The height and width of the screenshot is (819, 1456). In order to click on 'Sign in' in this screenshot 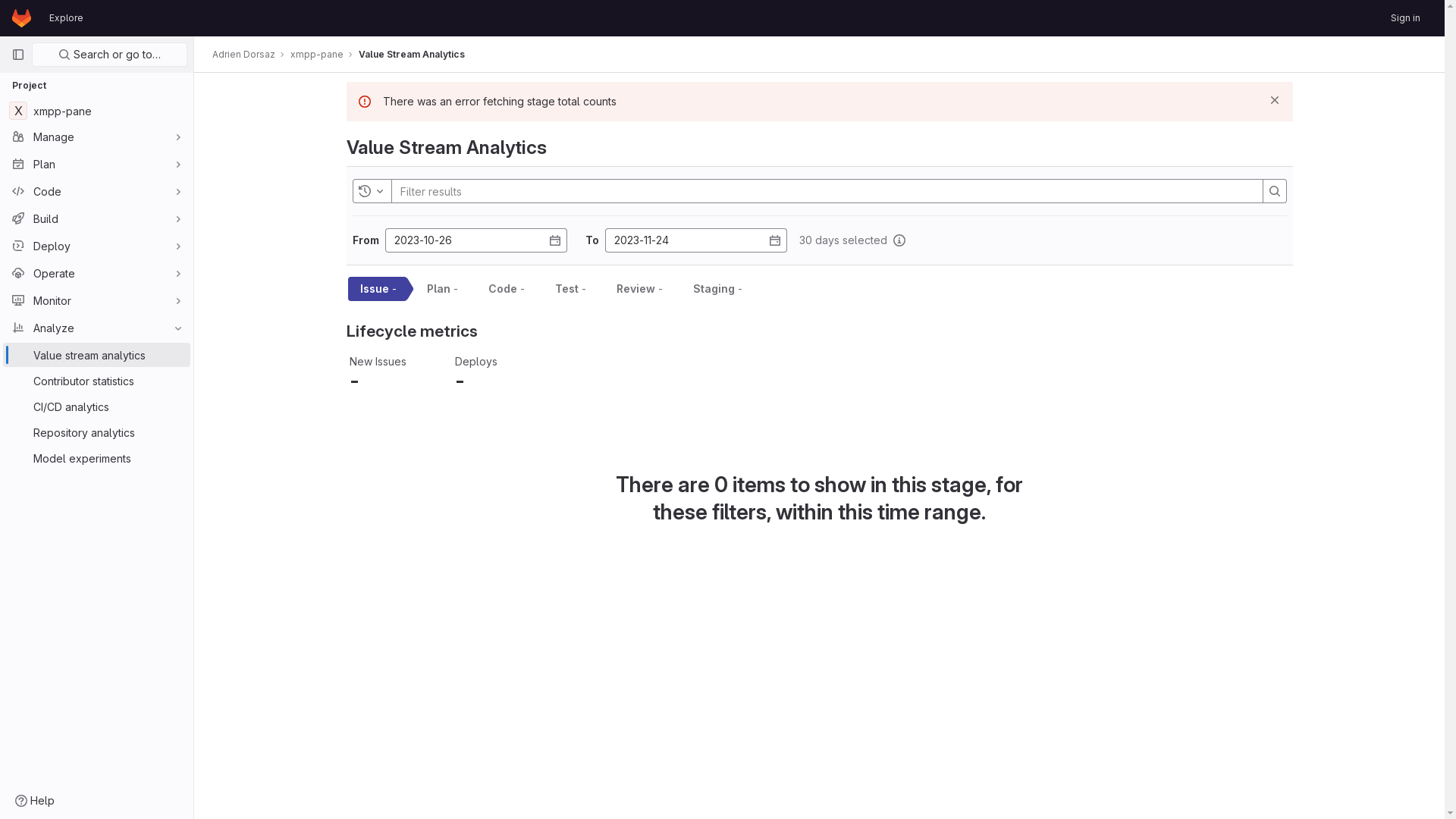, I will do `click(1404, 17)`.